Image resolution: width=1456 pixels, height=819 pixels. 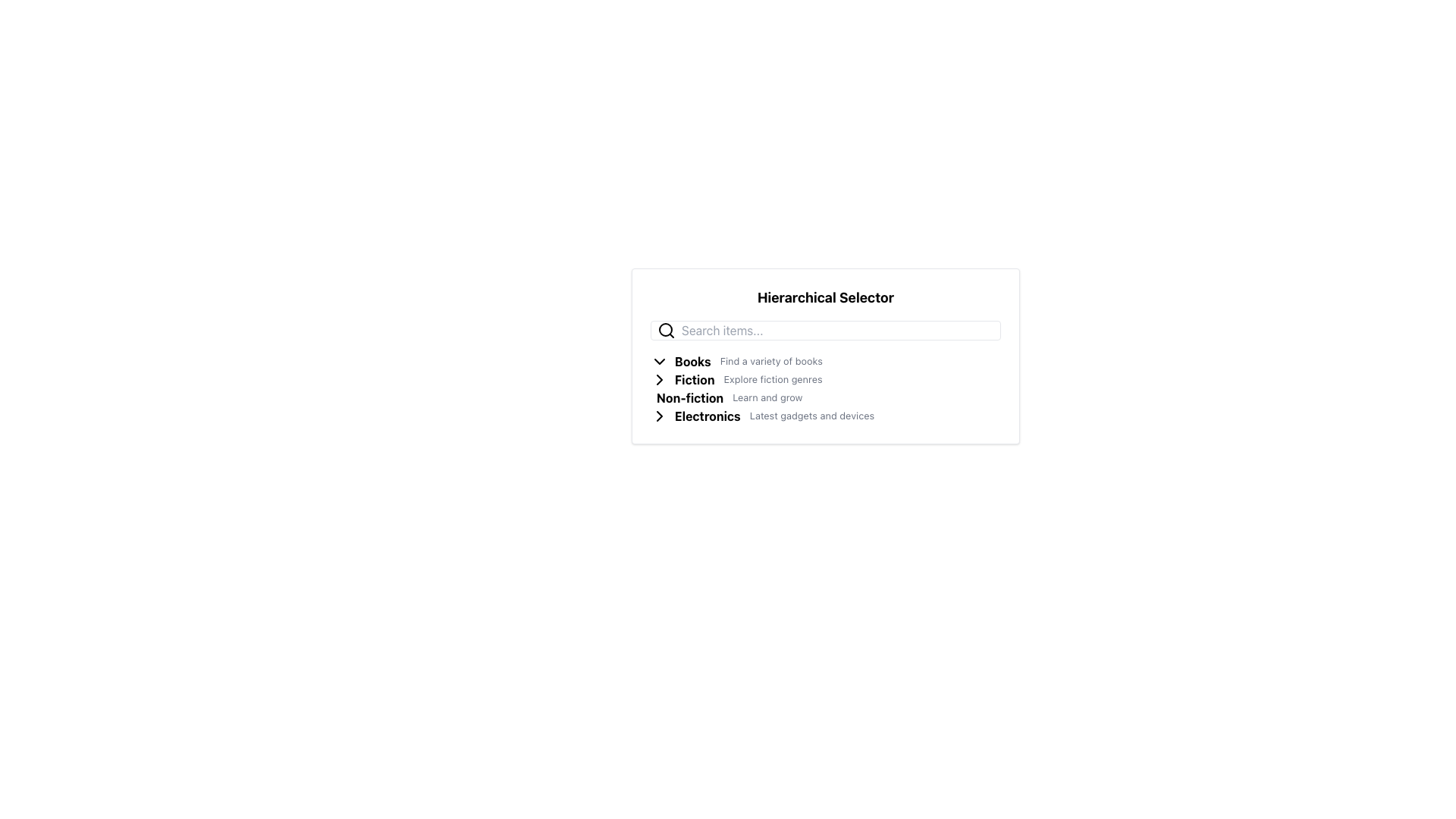 What do you see at coordinates (825, 362) in the screenshot?
I see `the first category selector for 'Books'` at bounding box center [825, 362].